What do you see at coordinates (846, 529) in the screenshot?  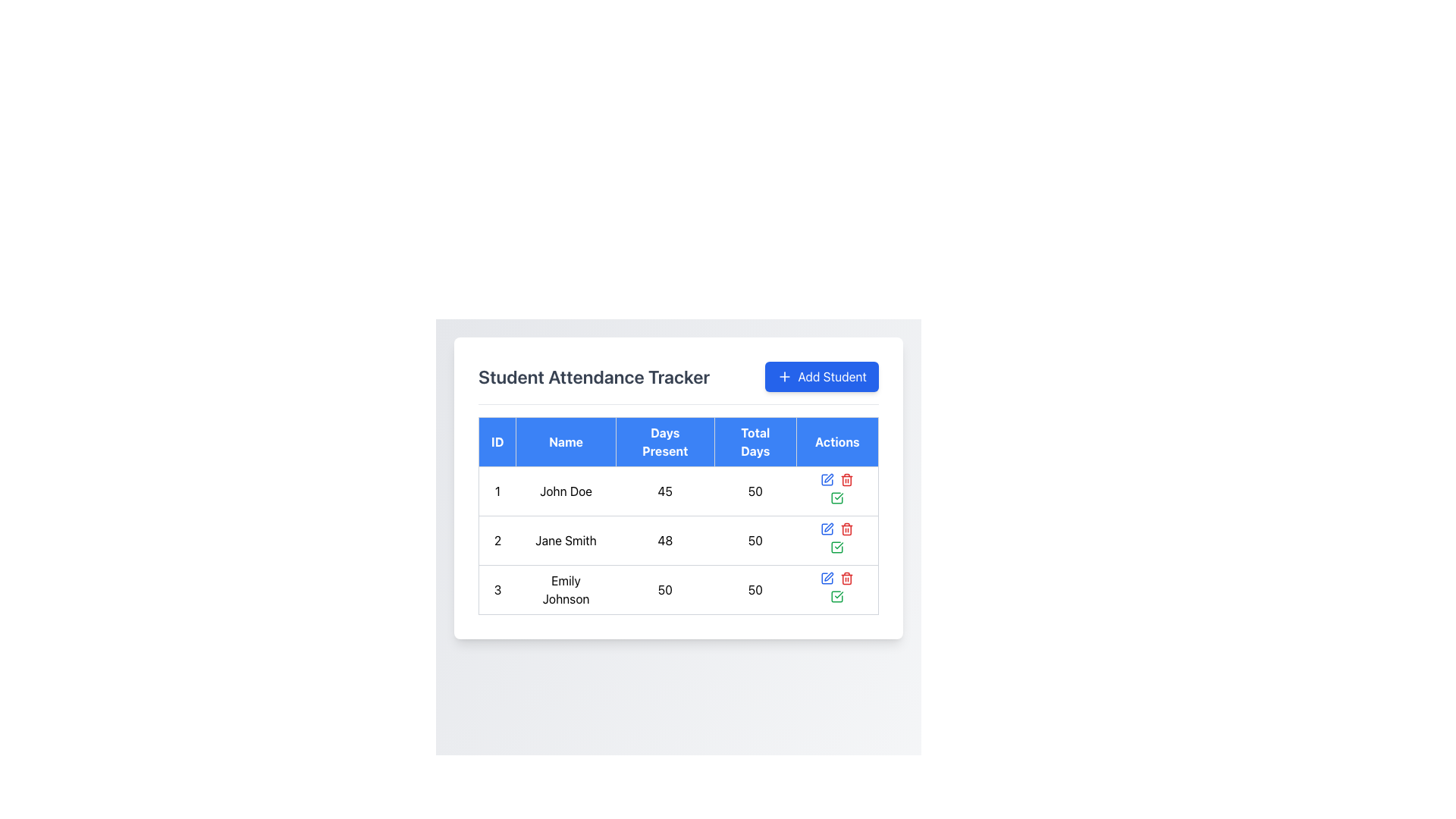 I see `the trash can icon representing the deletion action for the student named Jane Smith in the attendance tracker` at bounding box center [846, 529].